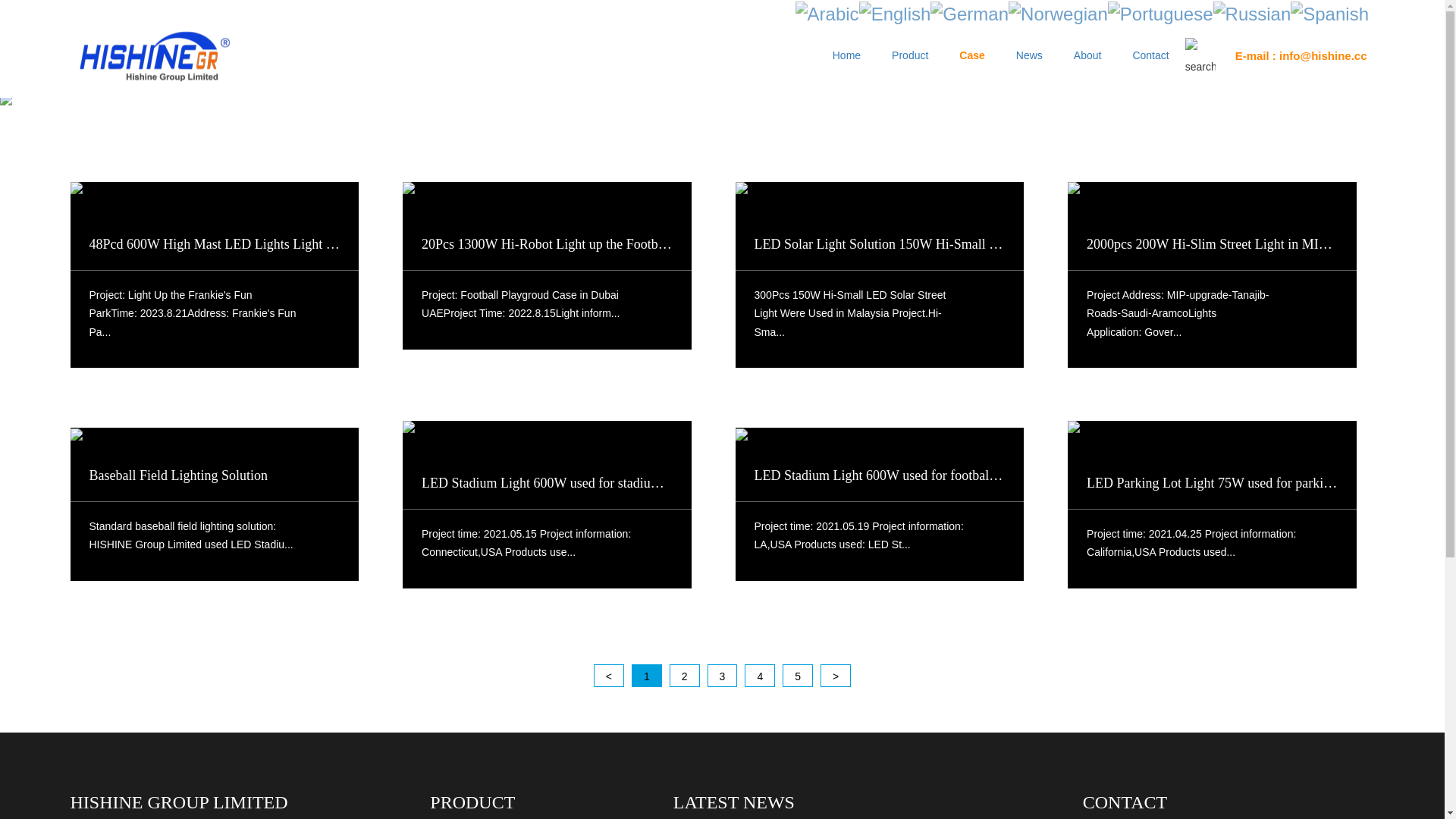  What do you see at coordinates (1006, 52) in the screenshot?
I see `'News'` at bounding box center [1006, 52].